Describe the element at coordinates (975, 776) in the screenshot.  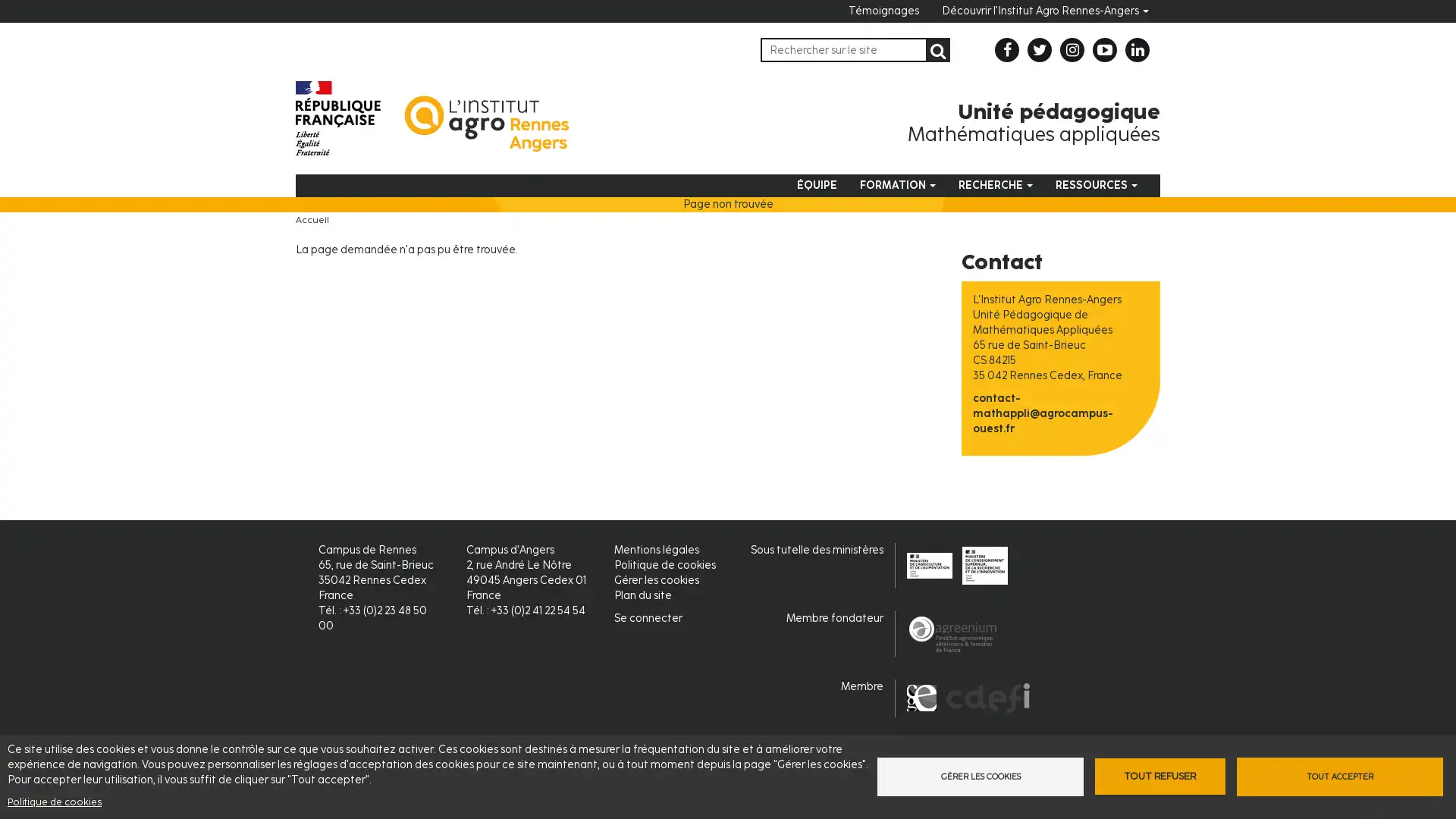
I see `GERER LES COOKIES` at that location.